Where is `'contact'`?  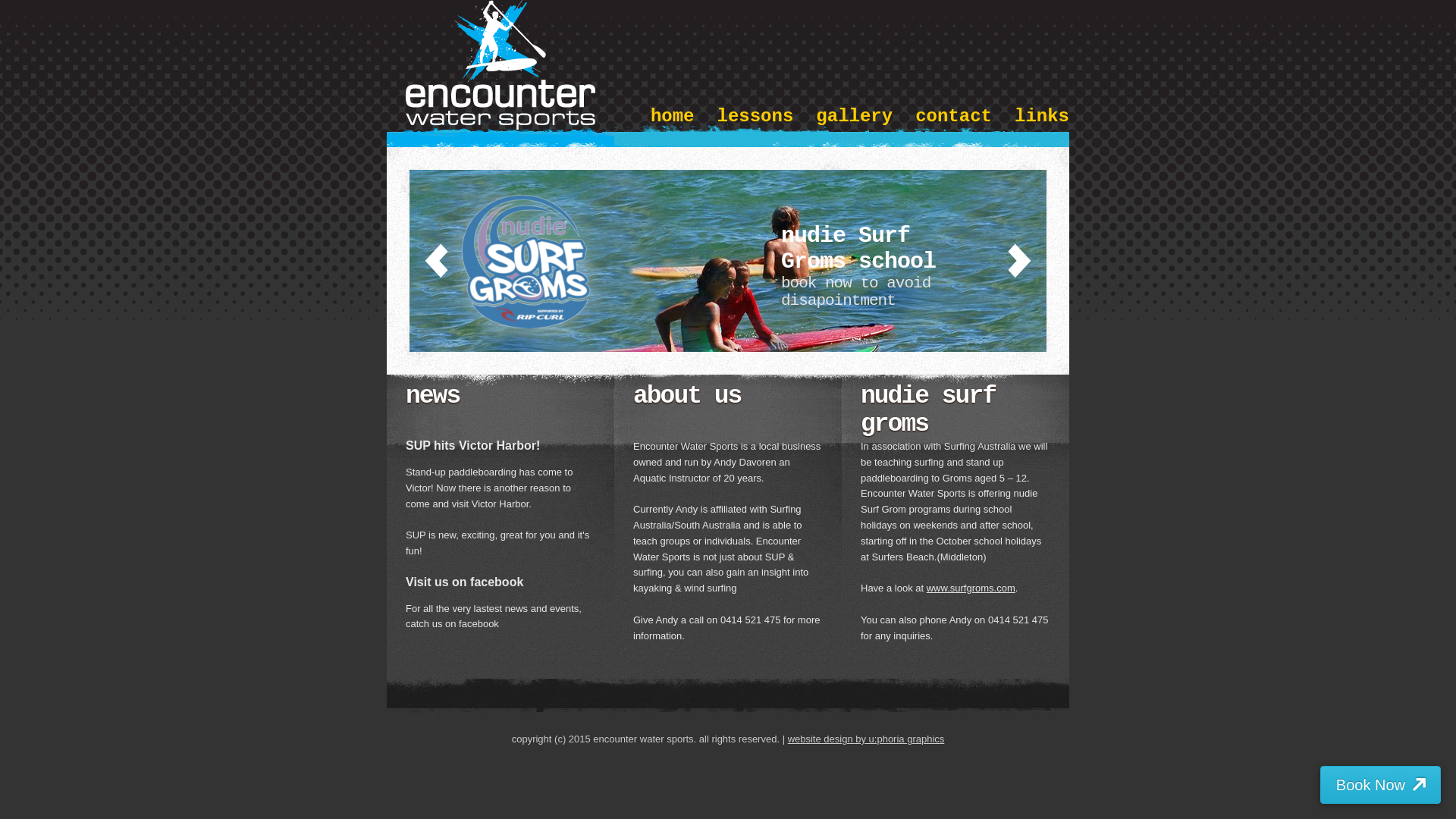 'contact' is located at coordinates (952, 115).